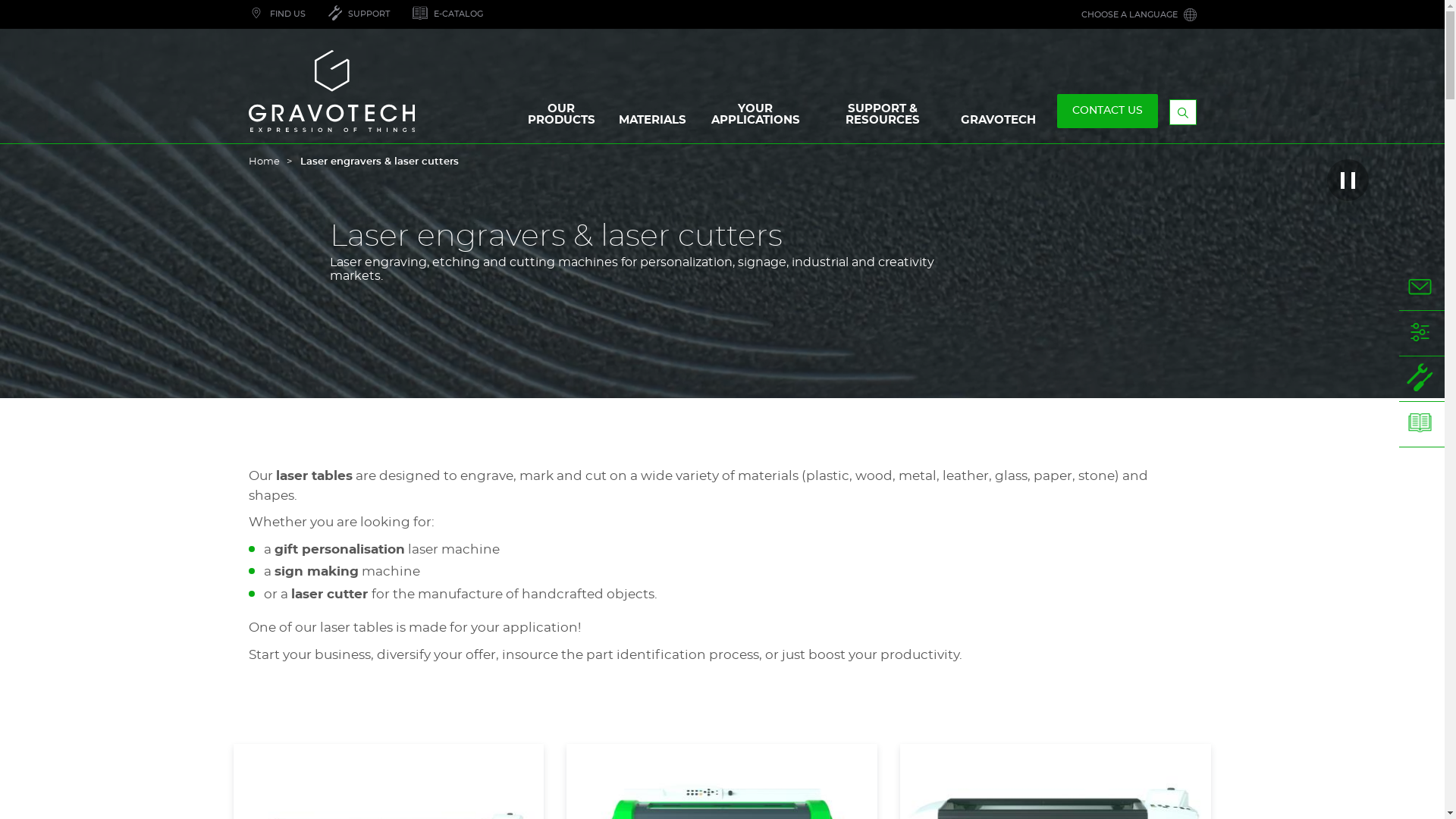 The width and height of the screenshot is (1456, 819). Describe the element at coordinates (400, 14) in the screenshot. I see `'CREATED WITH LUNACY` at that location.